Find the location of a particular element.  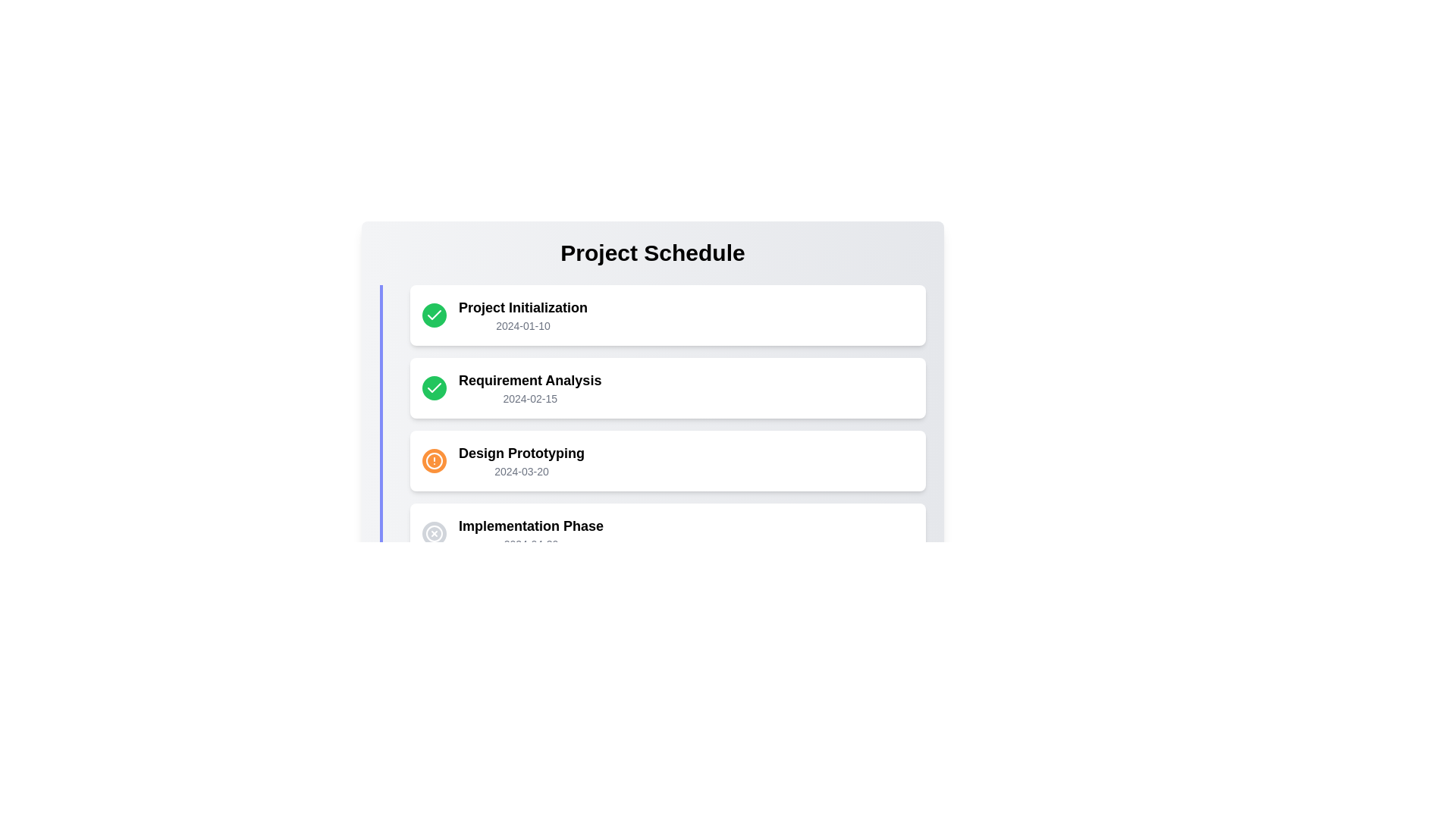

the 'Design Prototyping' label, which is a bold heading located above the date '2024-03-20' in the schedule is located at coordinates (521, 452).